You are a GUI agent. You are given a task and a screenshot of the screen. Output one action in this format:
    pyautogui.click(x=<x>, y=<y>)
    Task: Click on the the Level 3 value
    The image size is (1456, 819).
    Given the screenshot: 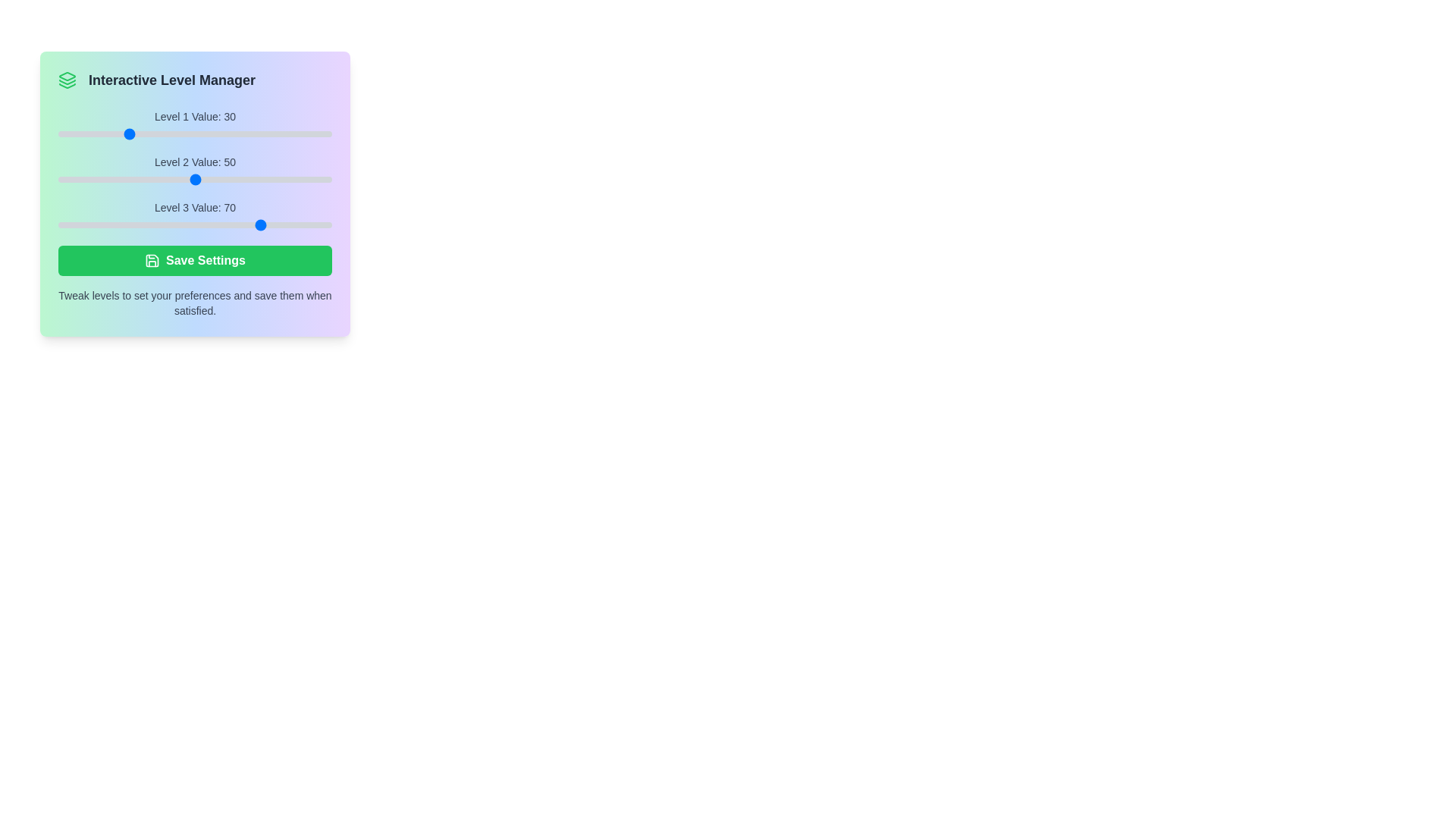 What is the action you would take?
    pyautogui.click(x=201, y=225)
    